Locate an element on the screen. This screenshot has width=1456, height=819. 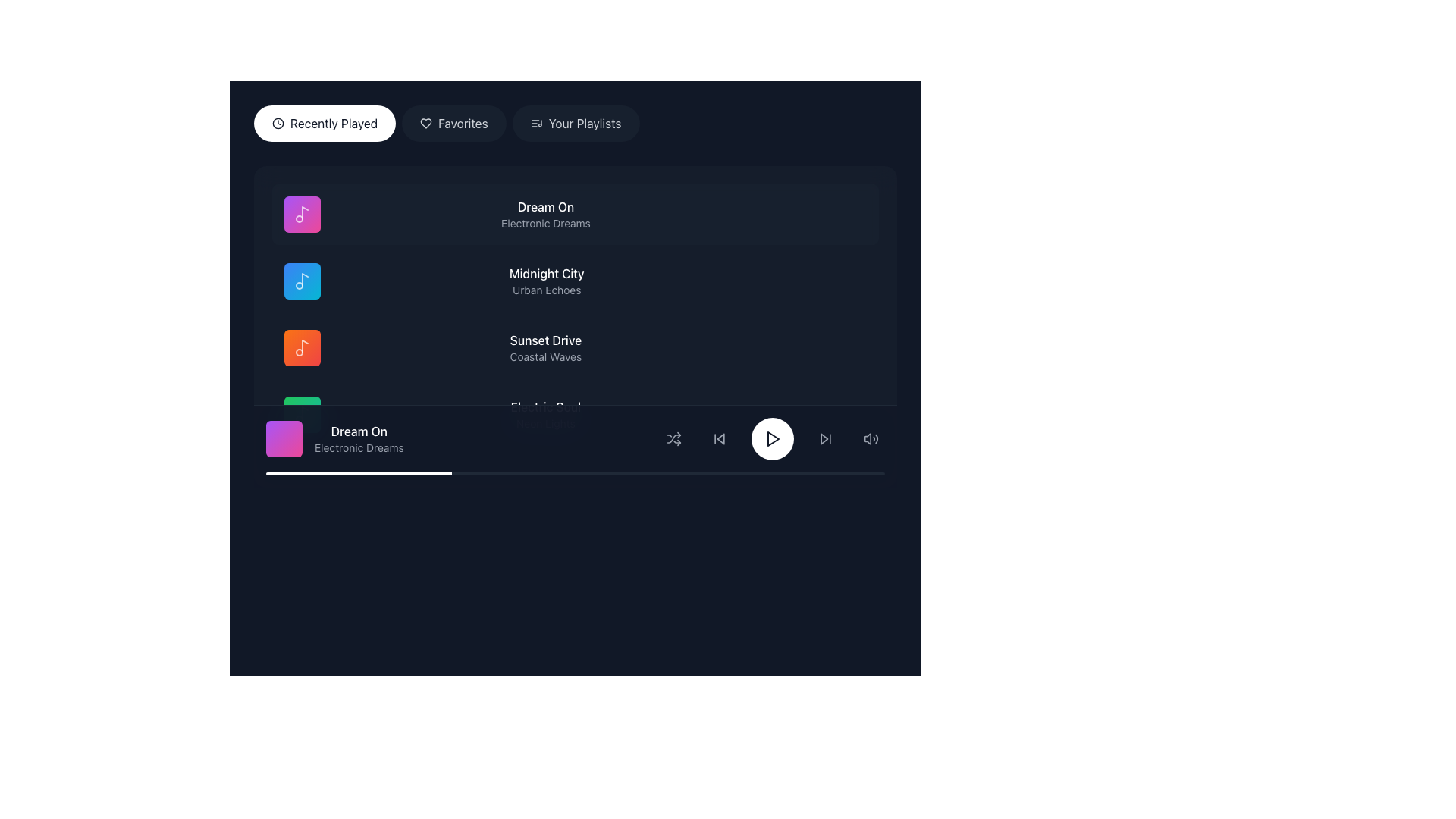
the heart-shaped icon in the 'Favorites' button, which is styled in line art and is located to the left of the 'Favorites' text label is located at coordinates (425, 122).